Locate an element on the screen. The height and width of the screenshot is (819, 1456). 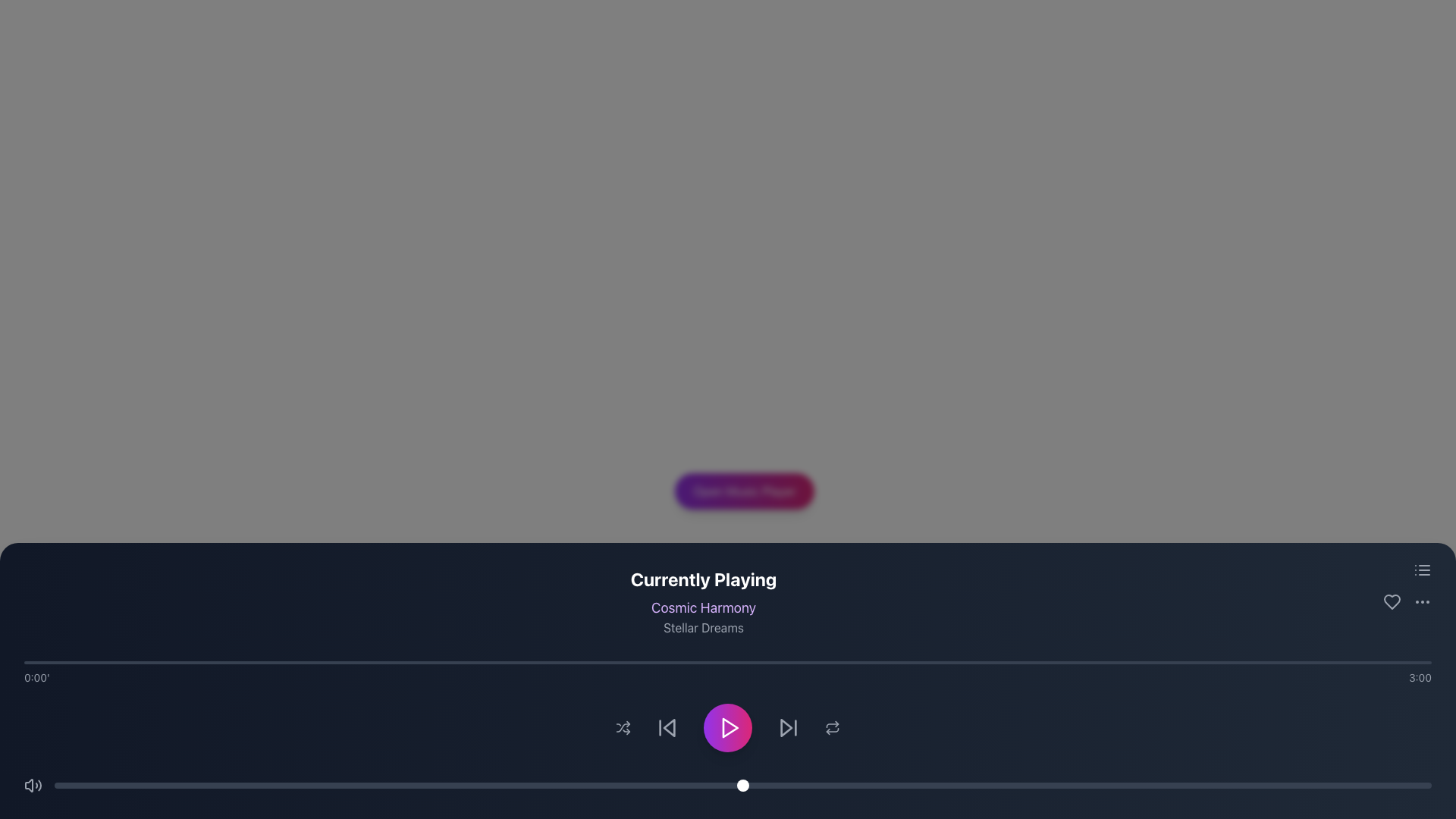
the text label indicating the current playback status of the interface, which is centered horizontally above the text elements 'Cosmic Harmony' and 'Stellar Dreams' is located at coordinates (702, 579).